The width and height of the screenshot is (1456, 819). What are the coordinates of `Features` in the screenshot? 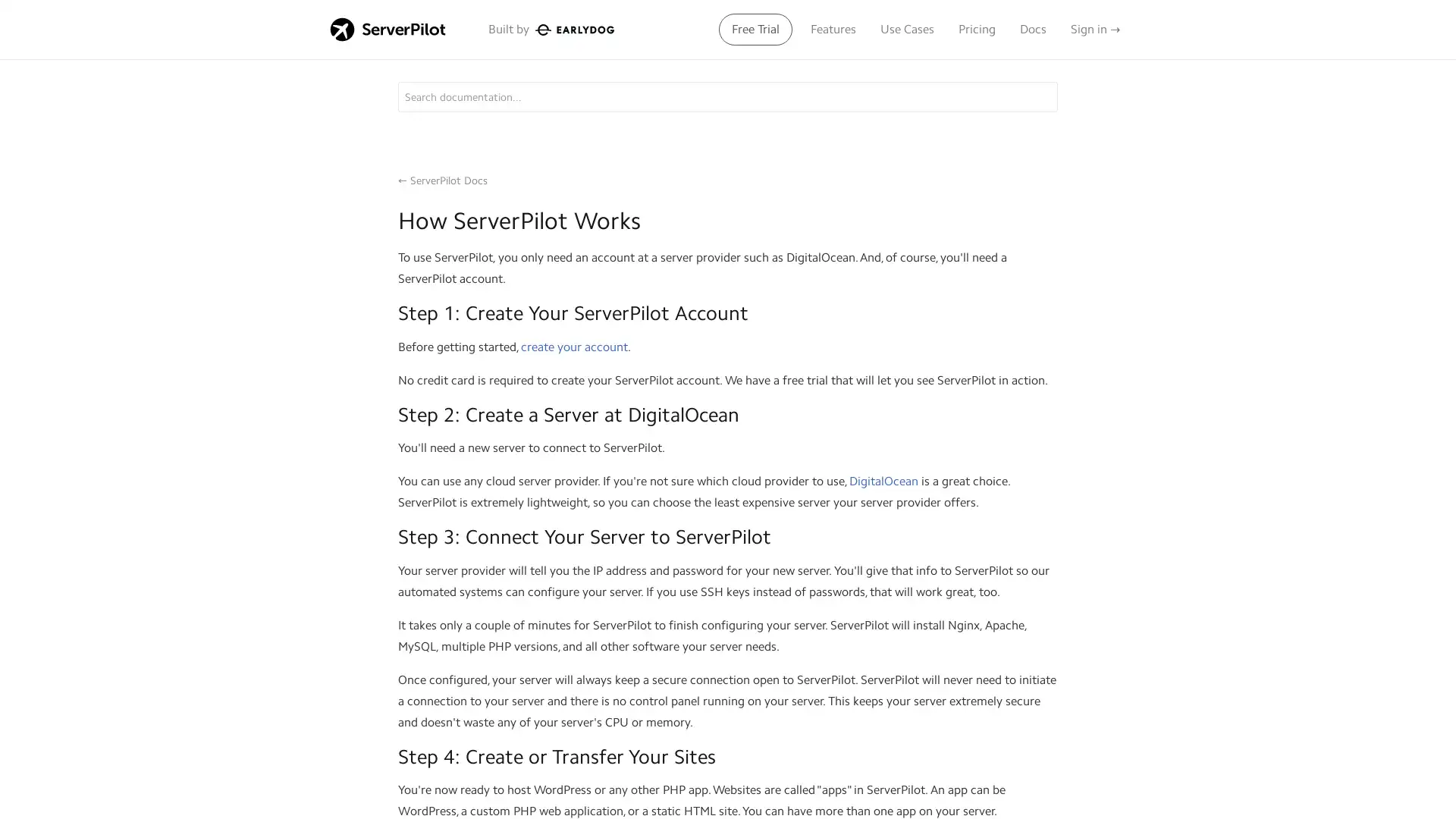 It's located at (833, 29).